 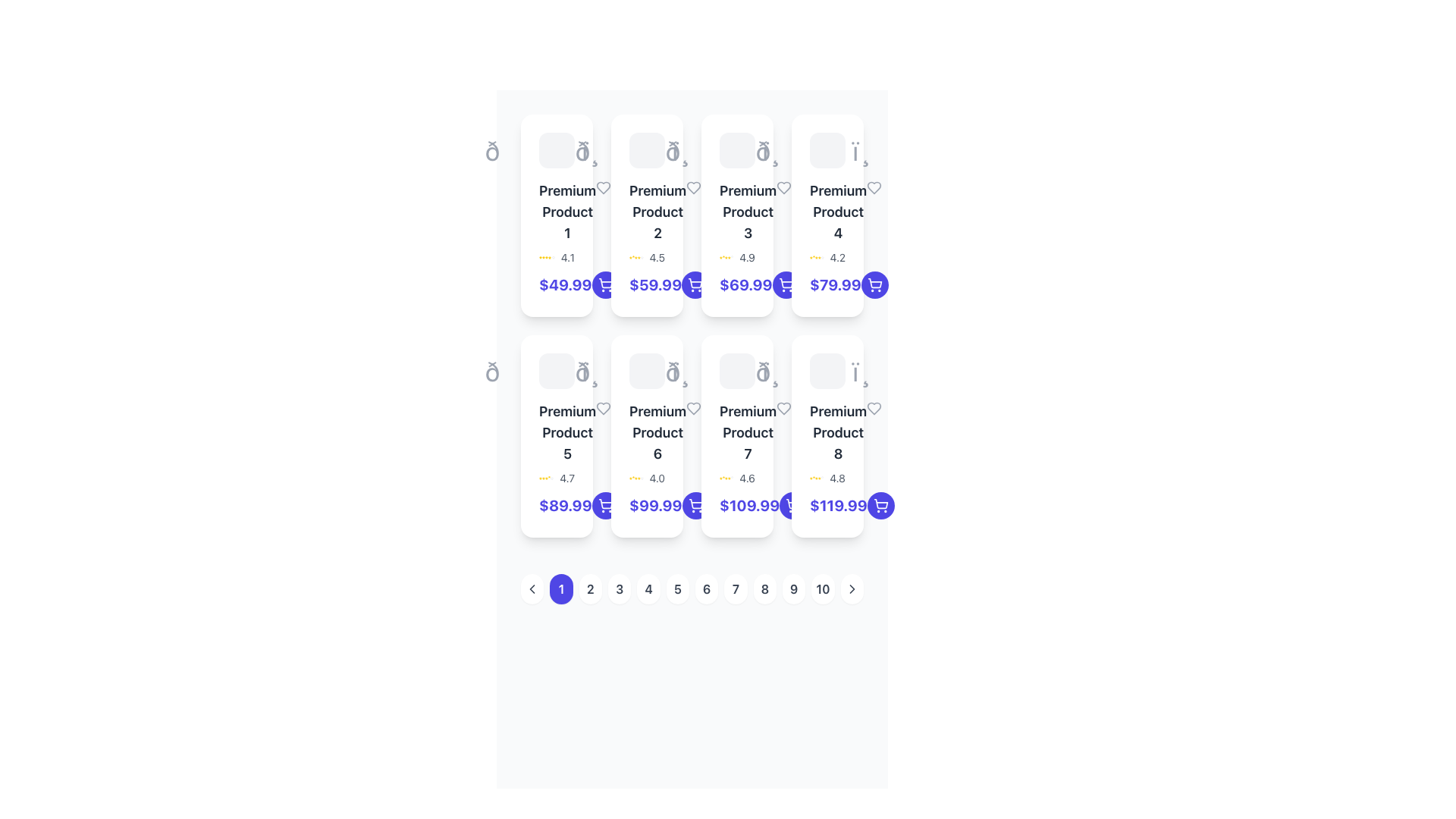 What do you see at coordinates (647, 256) in the screenshot?
I see `rating value displayed in the star rating component of the 'Premium Product 2' card, which shows '4.5' next to the yellow stars` at bounding box center [647, 256].